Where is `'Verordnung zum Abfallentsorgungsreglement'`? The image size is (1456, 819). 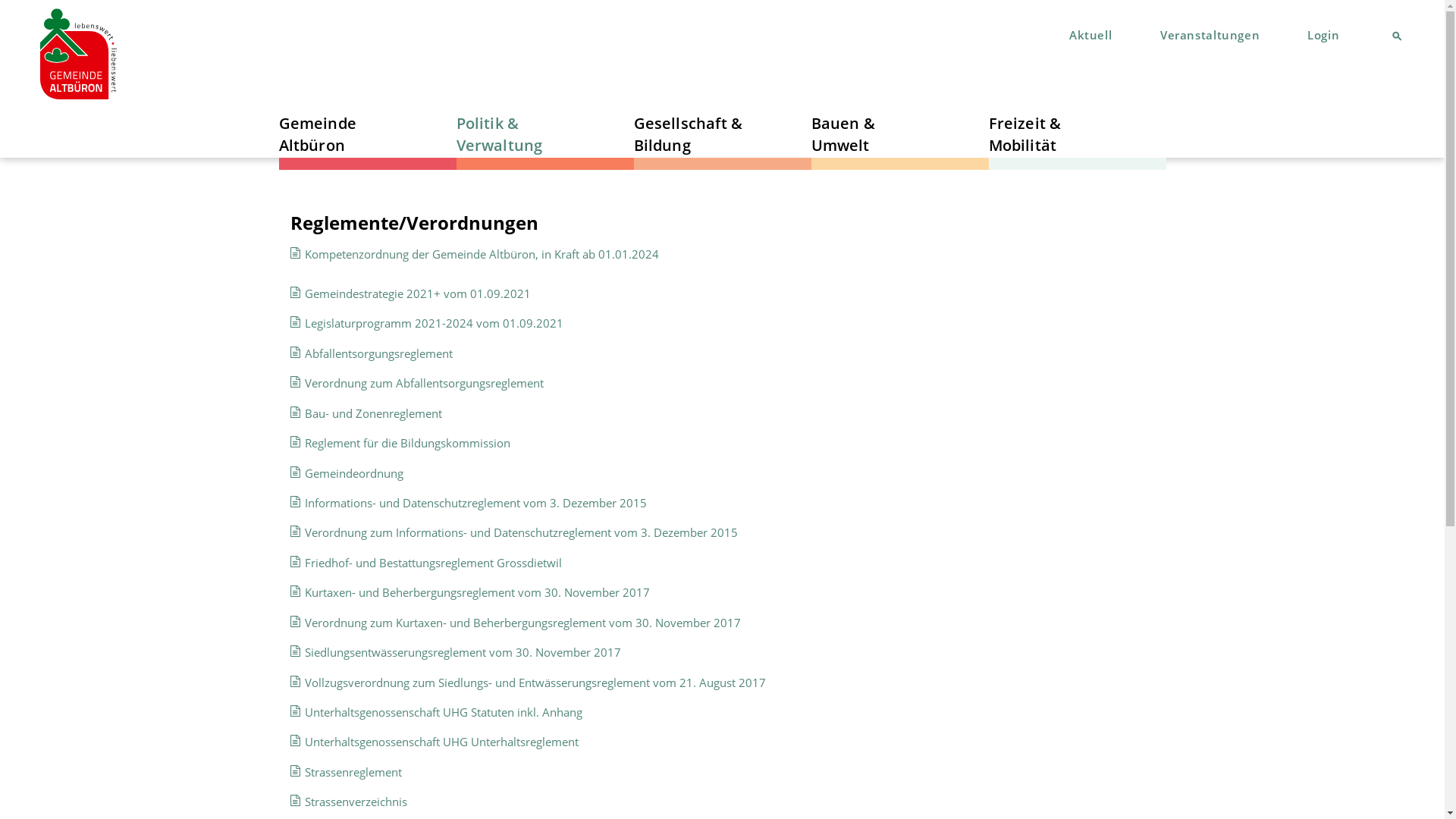 'Verordnung zum Abfallentsorgungsreglement' is located at coordinates (424, 382).